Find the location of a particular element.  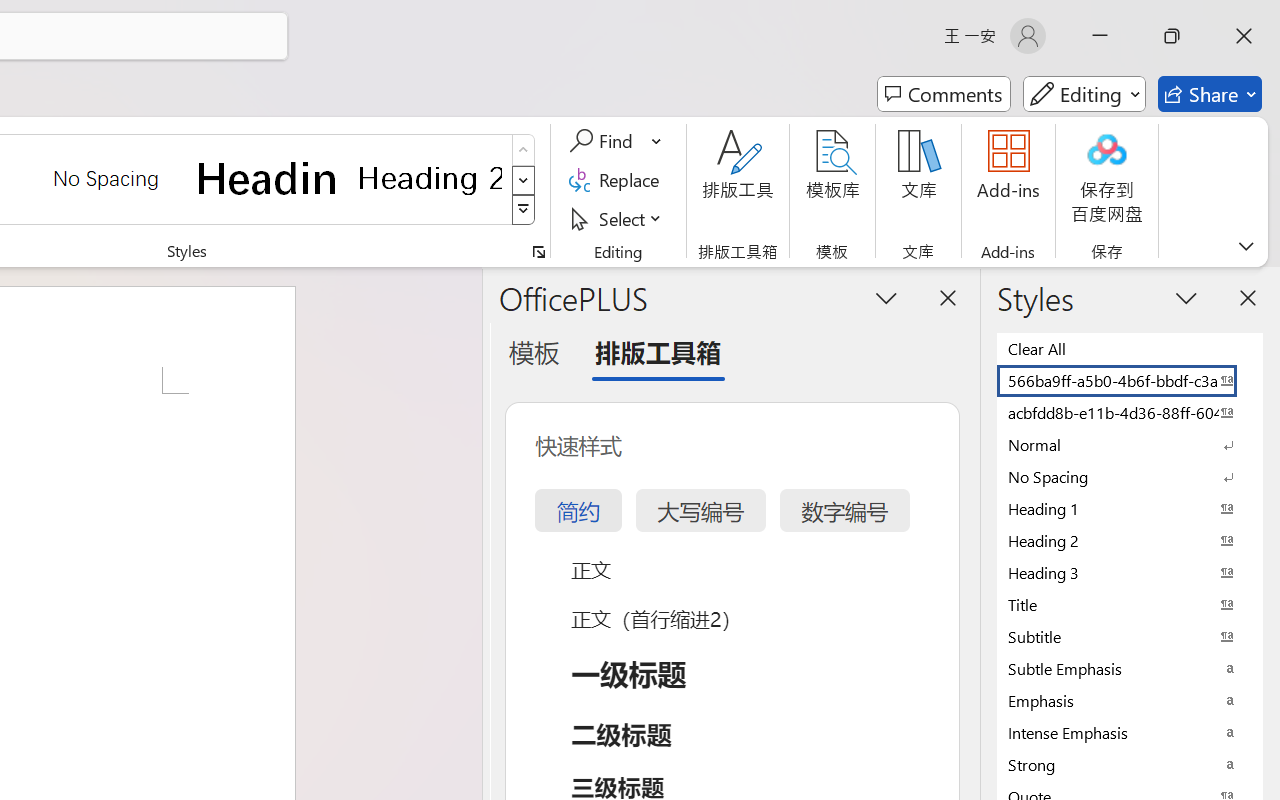

'Emphasis' is located at coordinates (1130, 700).